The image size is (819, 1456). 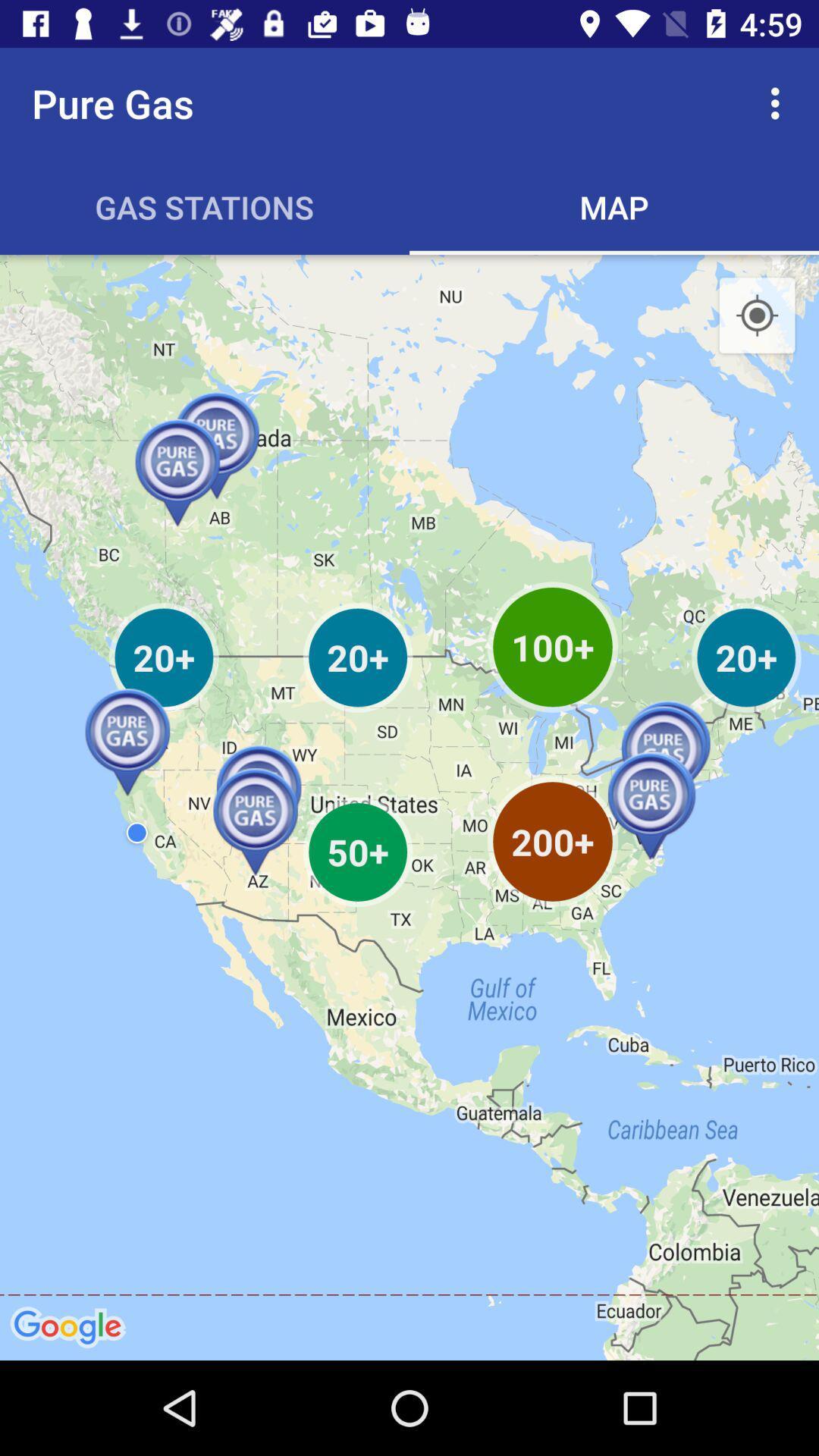 I want to click on the item next to pure gas app, so click(x=779, y=102).